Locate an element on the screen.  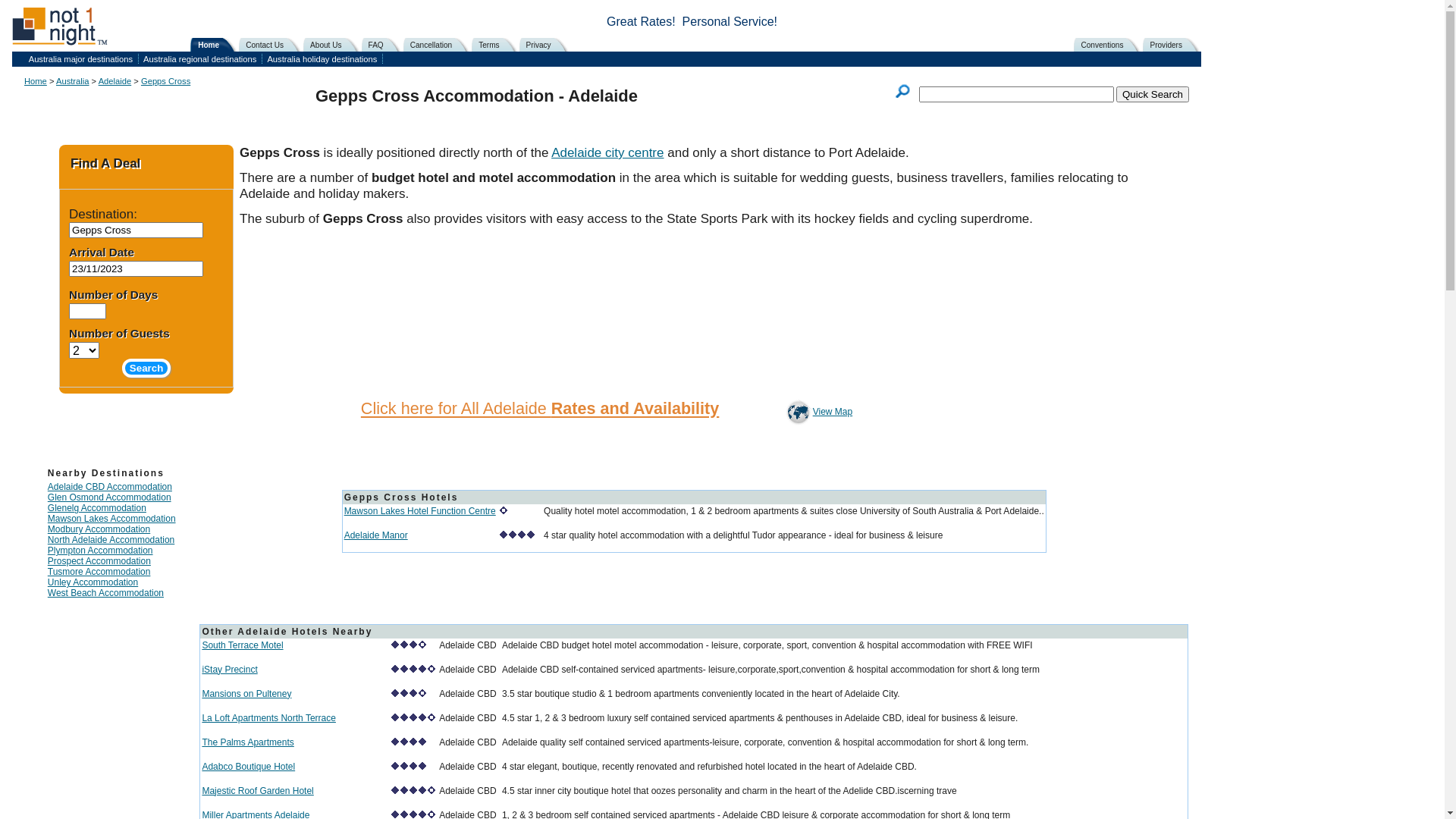
'North Adelaide Accommodation' is located at coordinates (110, 539).